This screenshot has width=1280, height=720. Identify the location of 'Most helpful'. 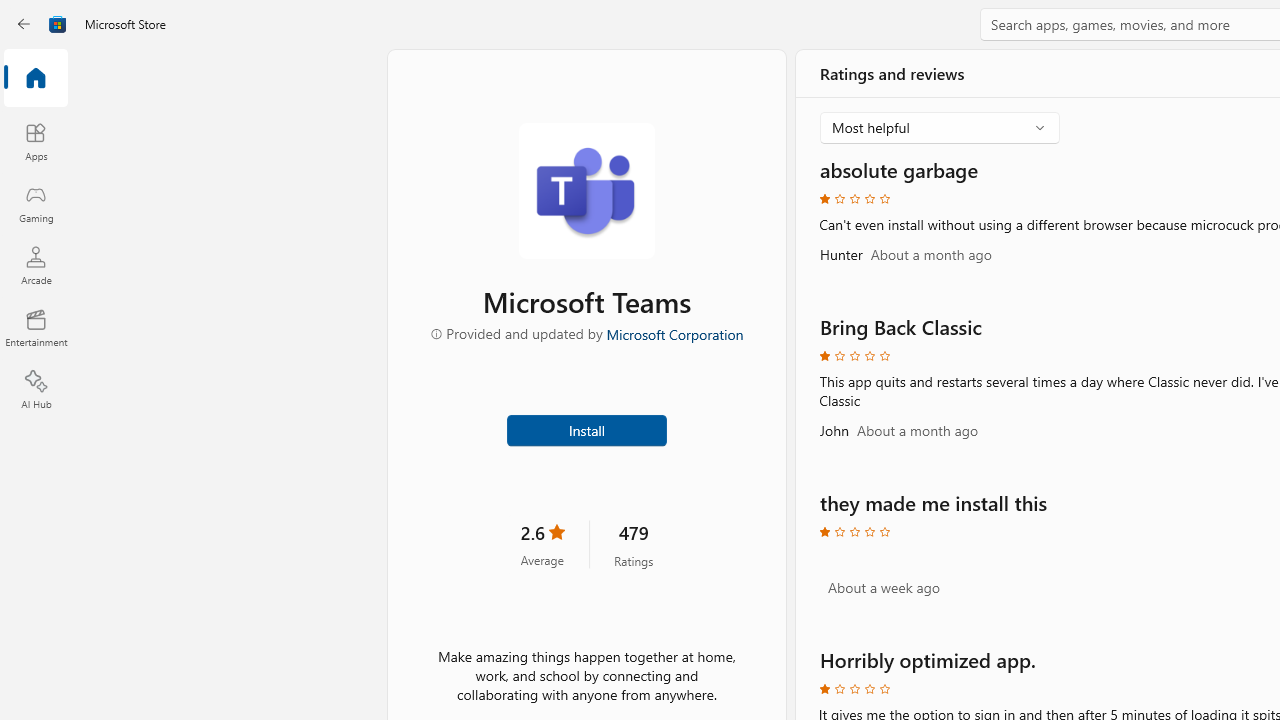
(925, 125).